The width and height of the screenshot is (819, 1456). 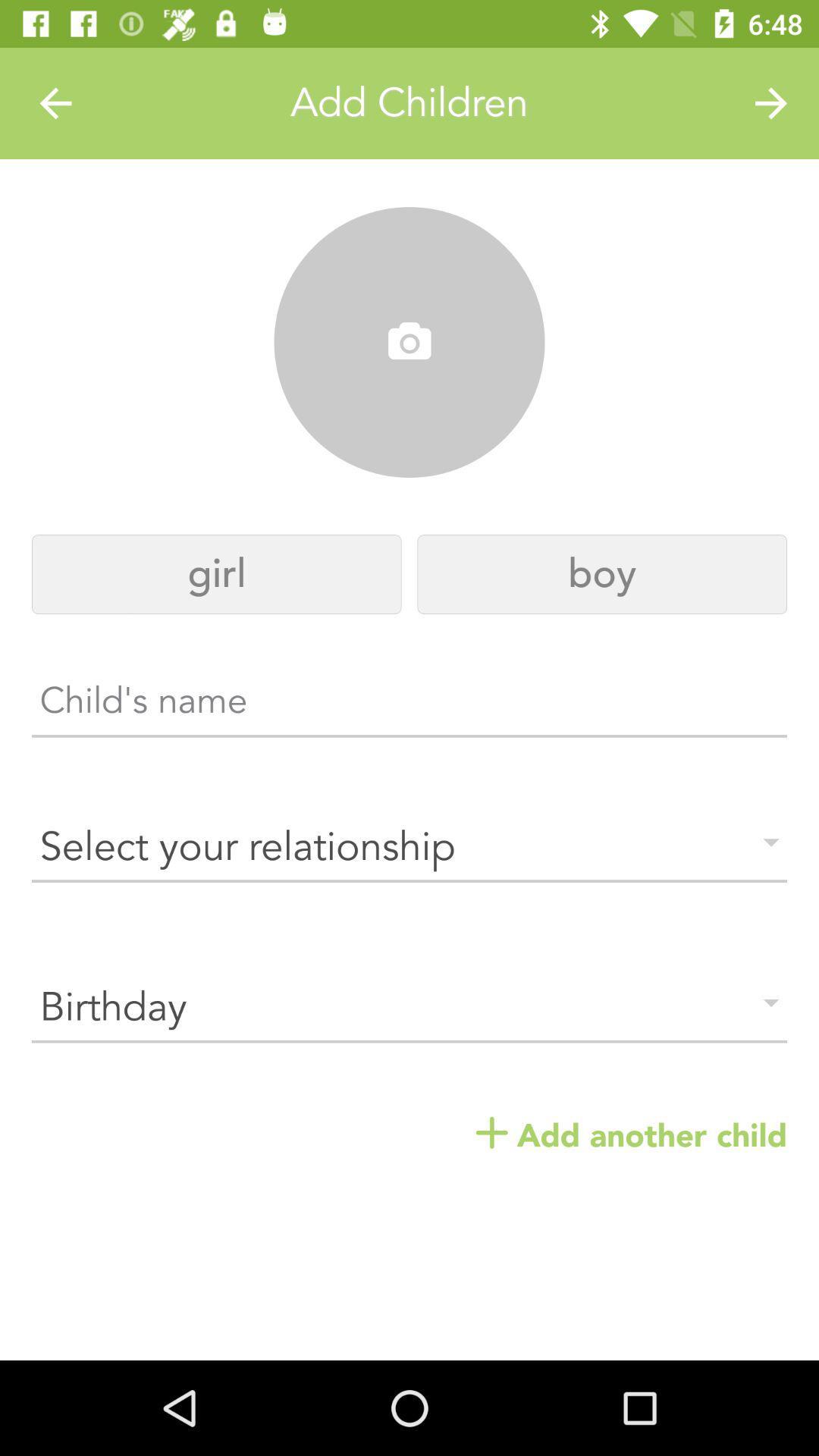 What do you see at coordinates (409, 102) in the screenshot?
I see `the add children icon` at bounding box center [409, 102].